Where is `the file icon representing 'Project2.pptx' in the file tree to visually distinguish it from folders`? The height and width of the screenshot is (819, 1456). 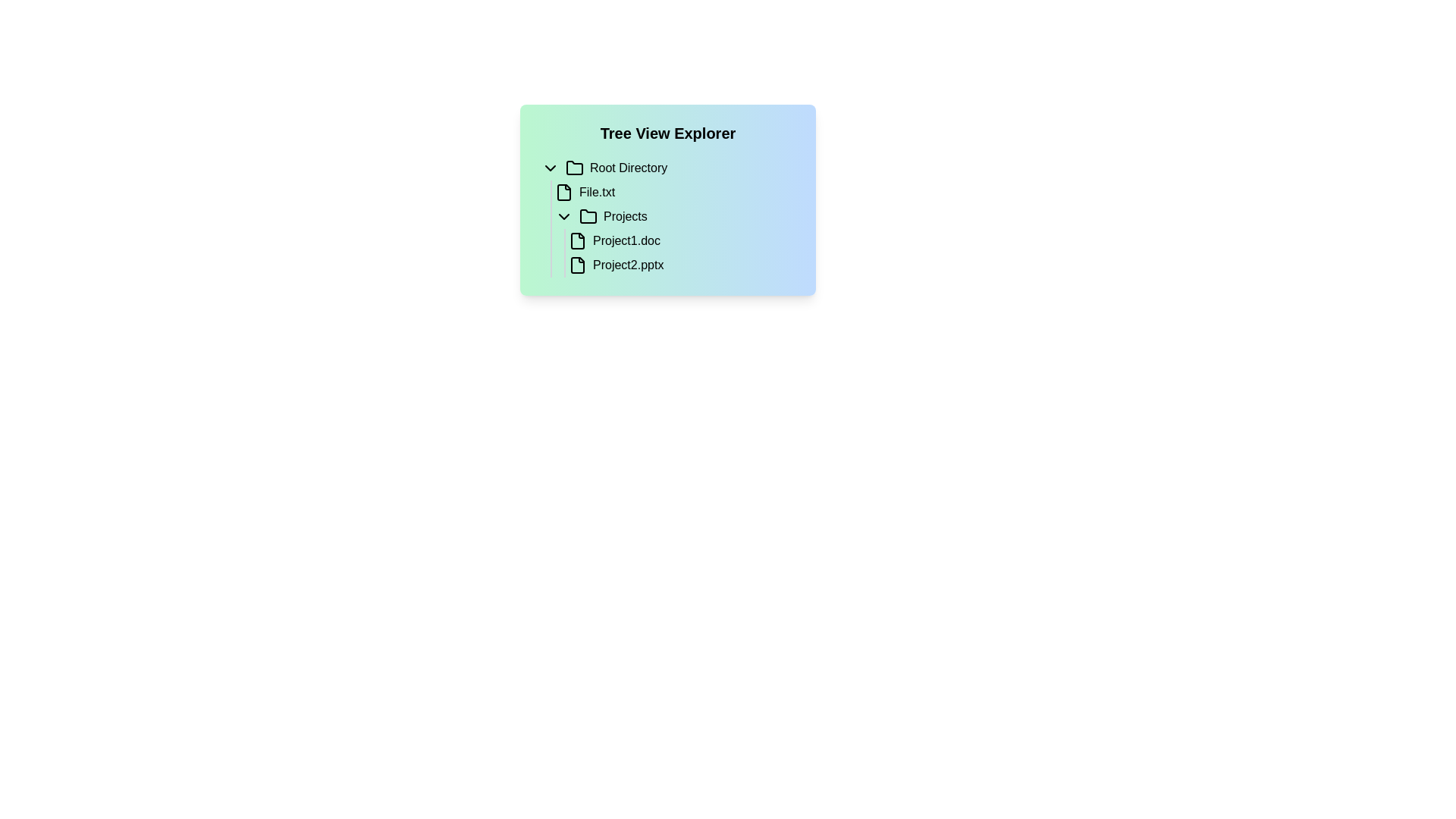 the file icon representing 'Project2.pptx' in the file tree to visually distinguish it from folders is located at coordinates (577, 265).